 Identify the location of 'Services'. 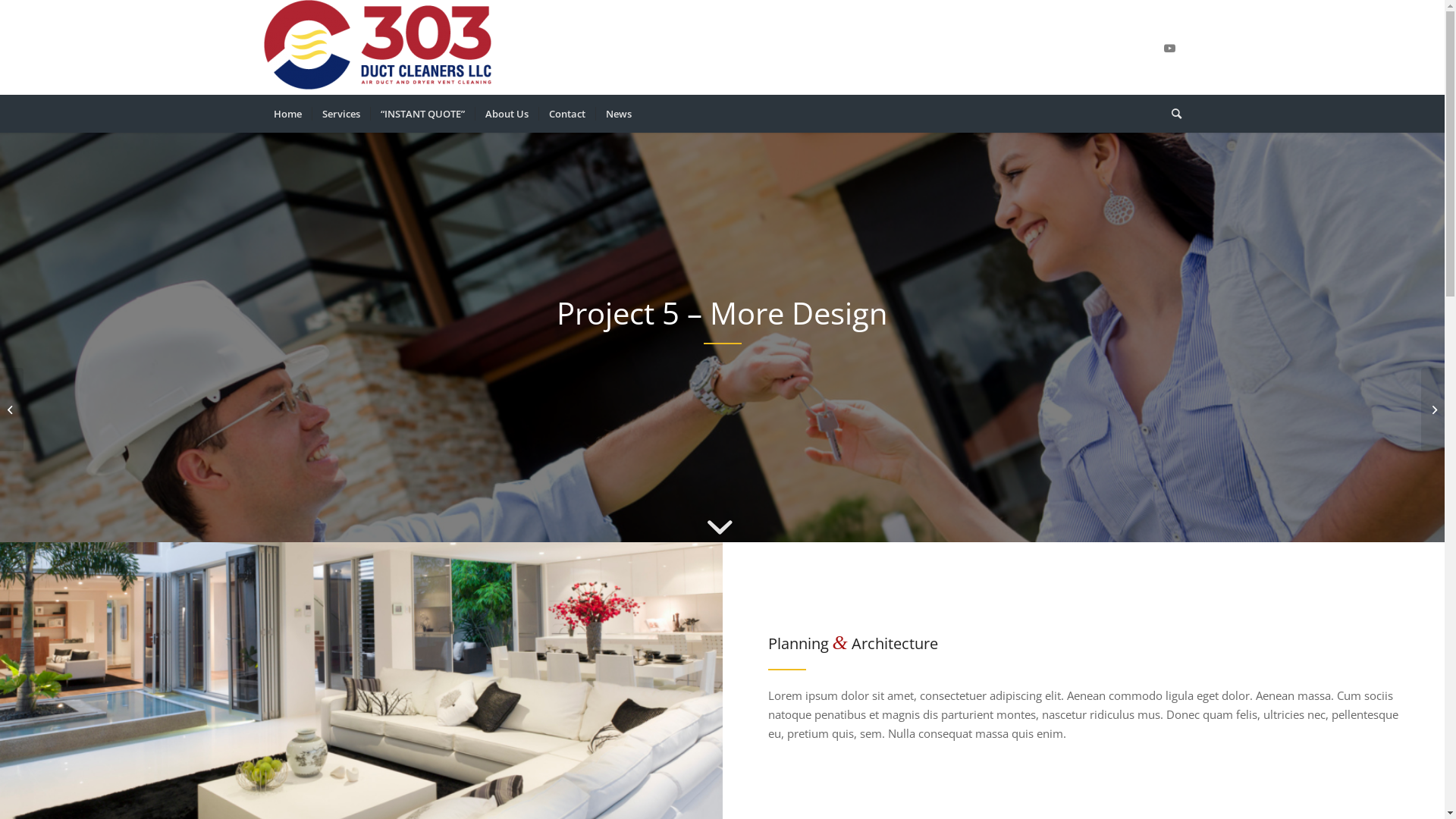
(339, 113).